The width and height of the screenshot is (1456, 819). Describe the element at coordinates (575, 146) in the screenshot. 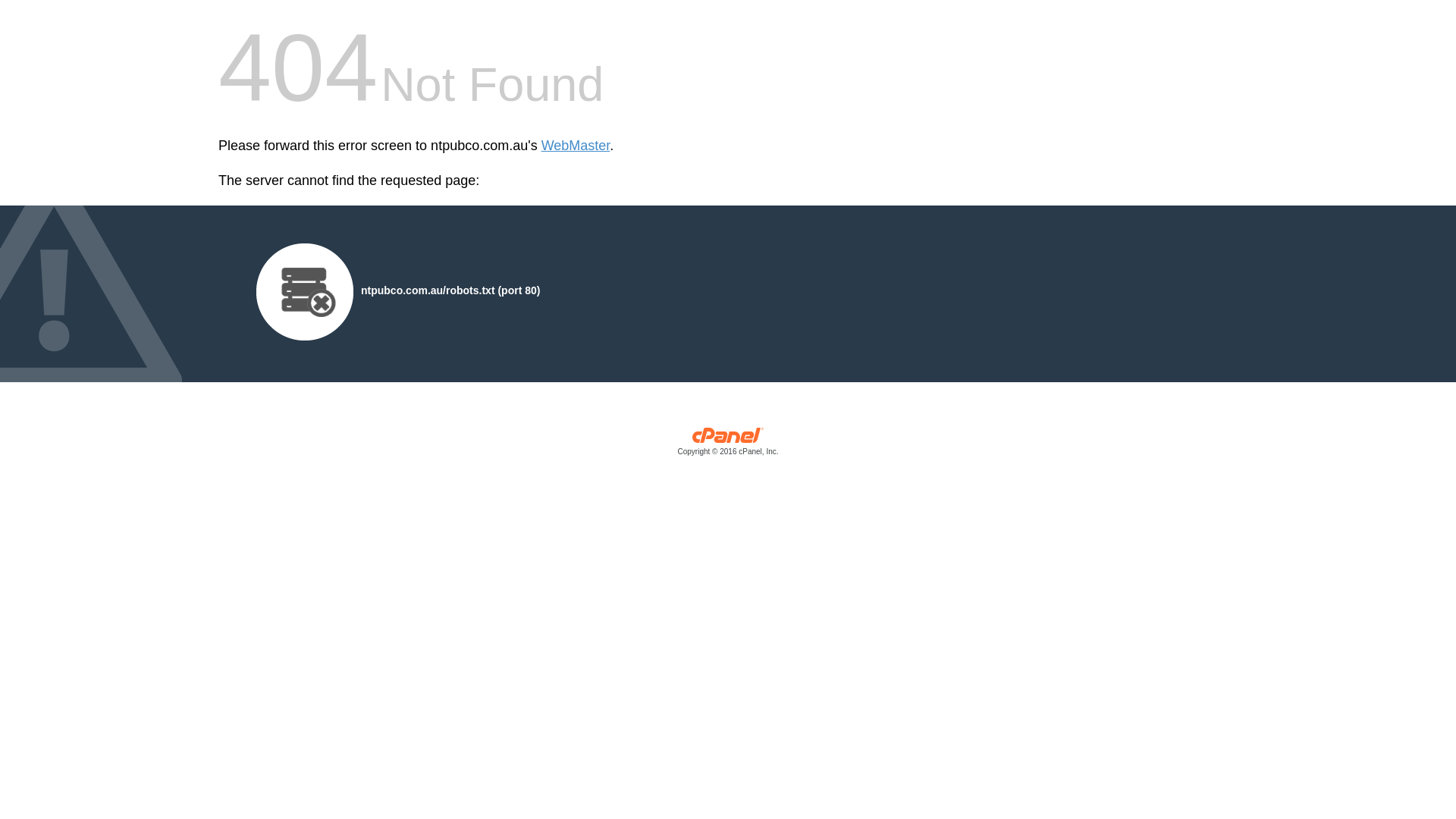

I see `'WebMaster'` at that location.